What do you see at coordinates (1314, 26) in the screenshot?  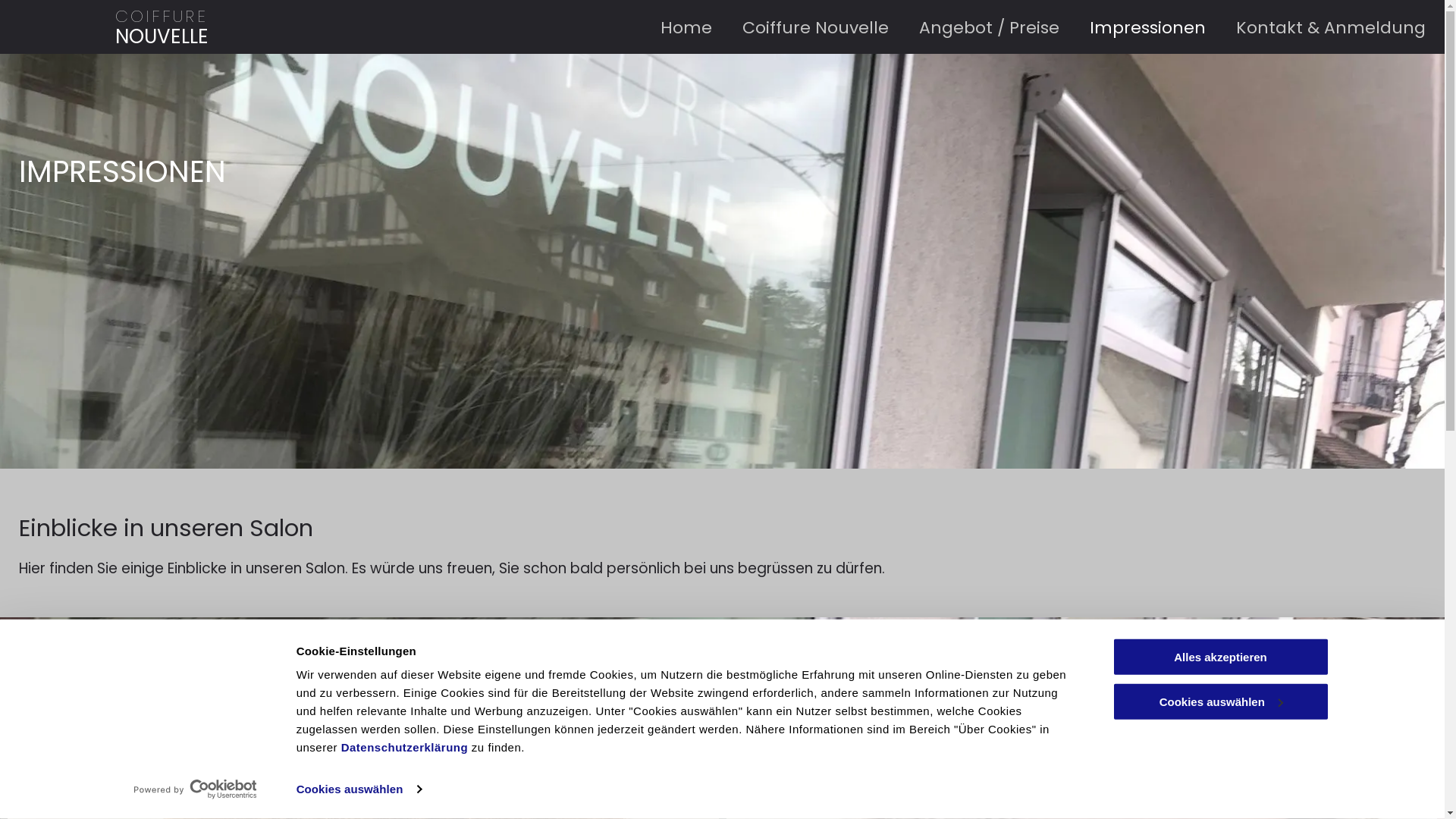 I see `'Kontakt & Anmeldung'` at bounding box center [1314, 26].